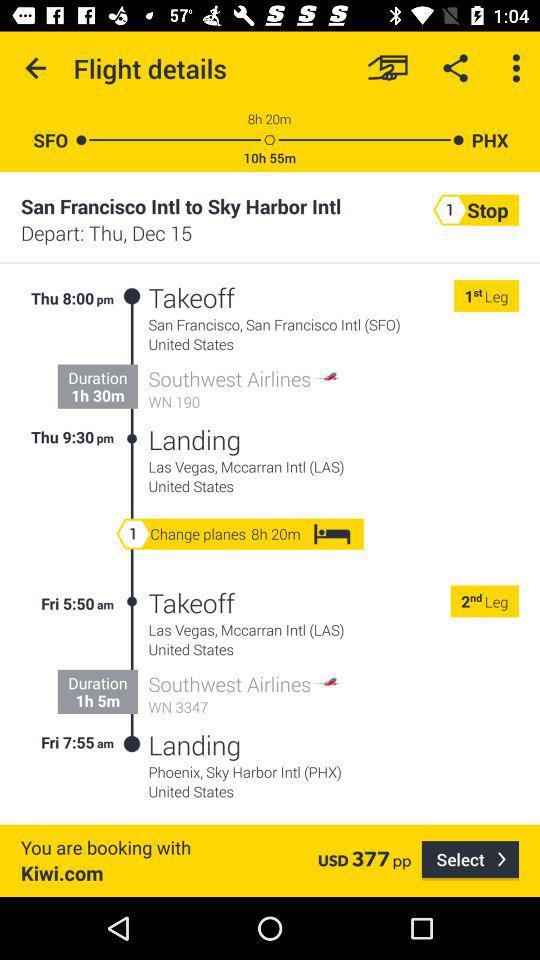 The height and width of the screenshot is (960, 540). Describe the element at coordinates (387, 68) in the screenshot. I see `the item to the right of the flight details icon` at that location.